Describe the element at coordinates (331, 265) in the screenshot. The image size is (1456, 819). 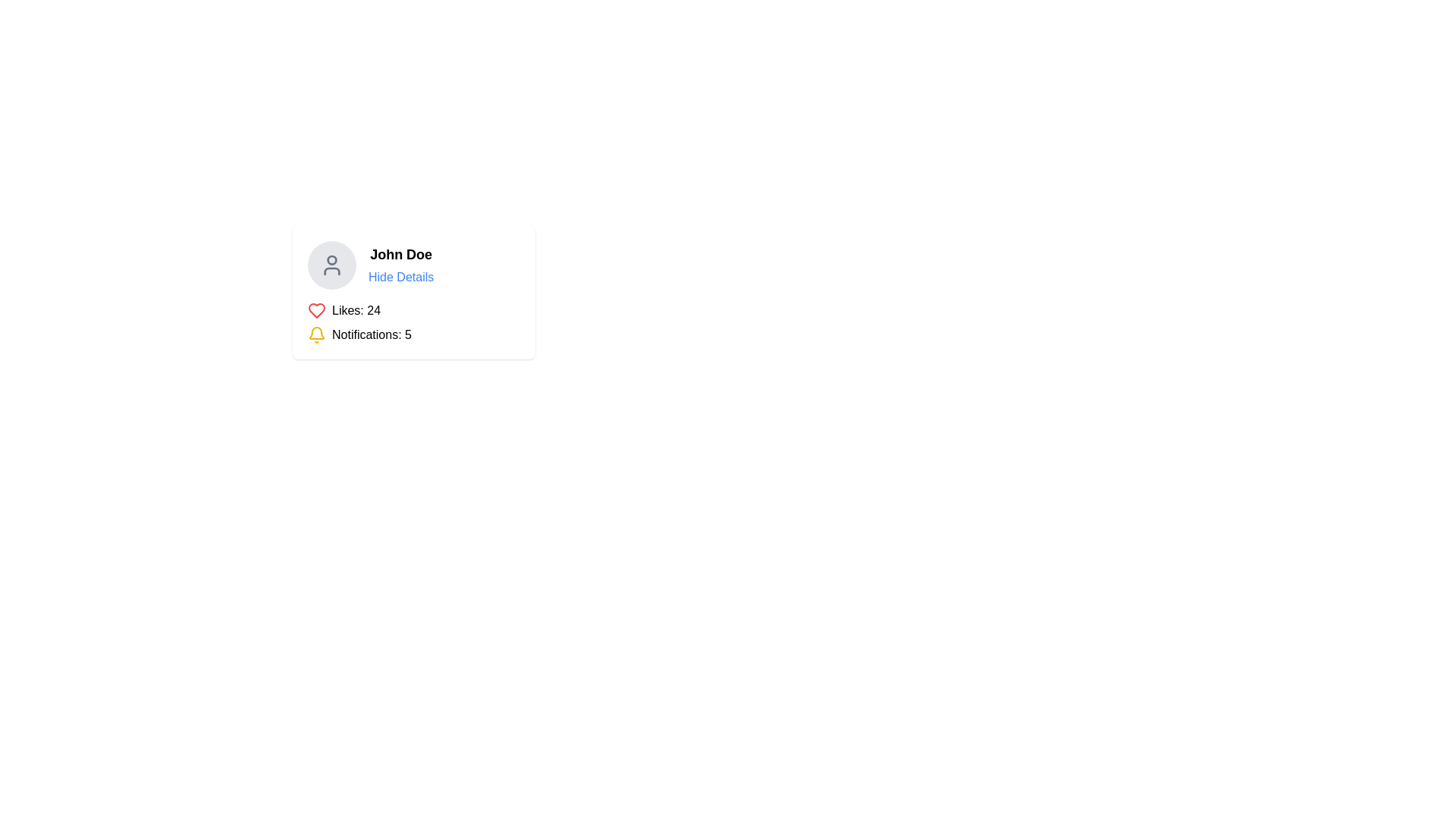
I see `the circular user profile icon with a light gray background and a dark gray user silhouette, located in the upper-left corner of the profile section` at that location.